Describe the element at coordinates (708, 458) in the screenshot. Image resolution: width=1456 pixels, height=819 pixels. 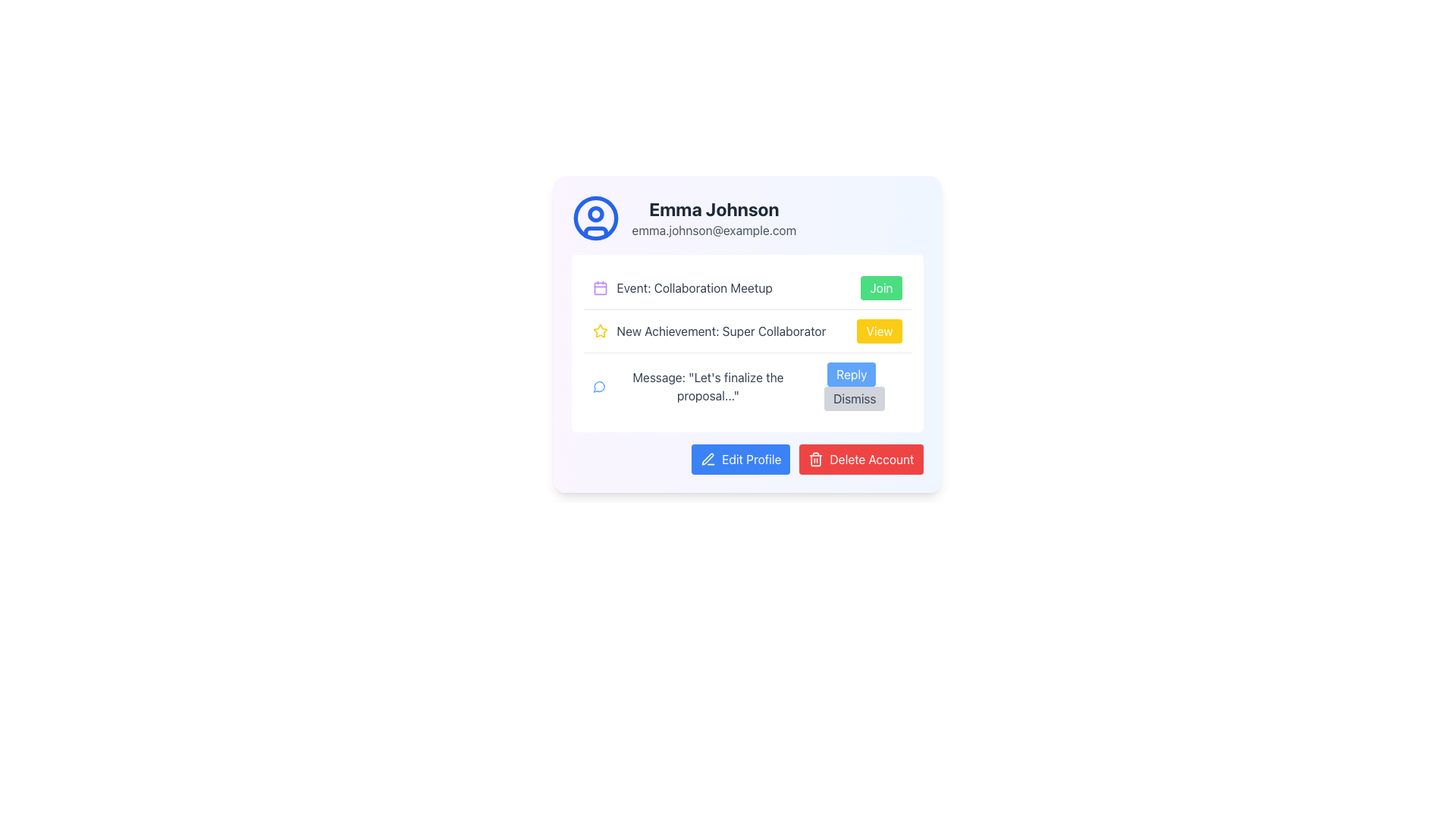
I see `the pen-like icon located within the blue rectangular 'Edit Profile' button at the bottom-left of the interface` at that location.